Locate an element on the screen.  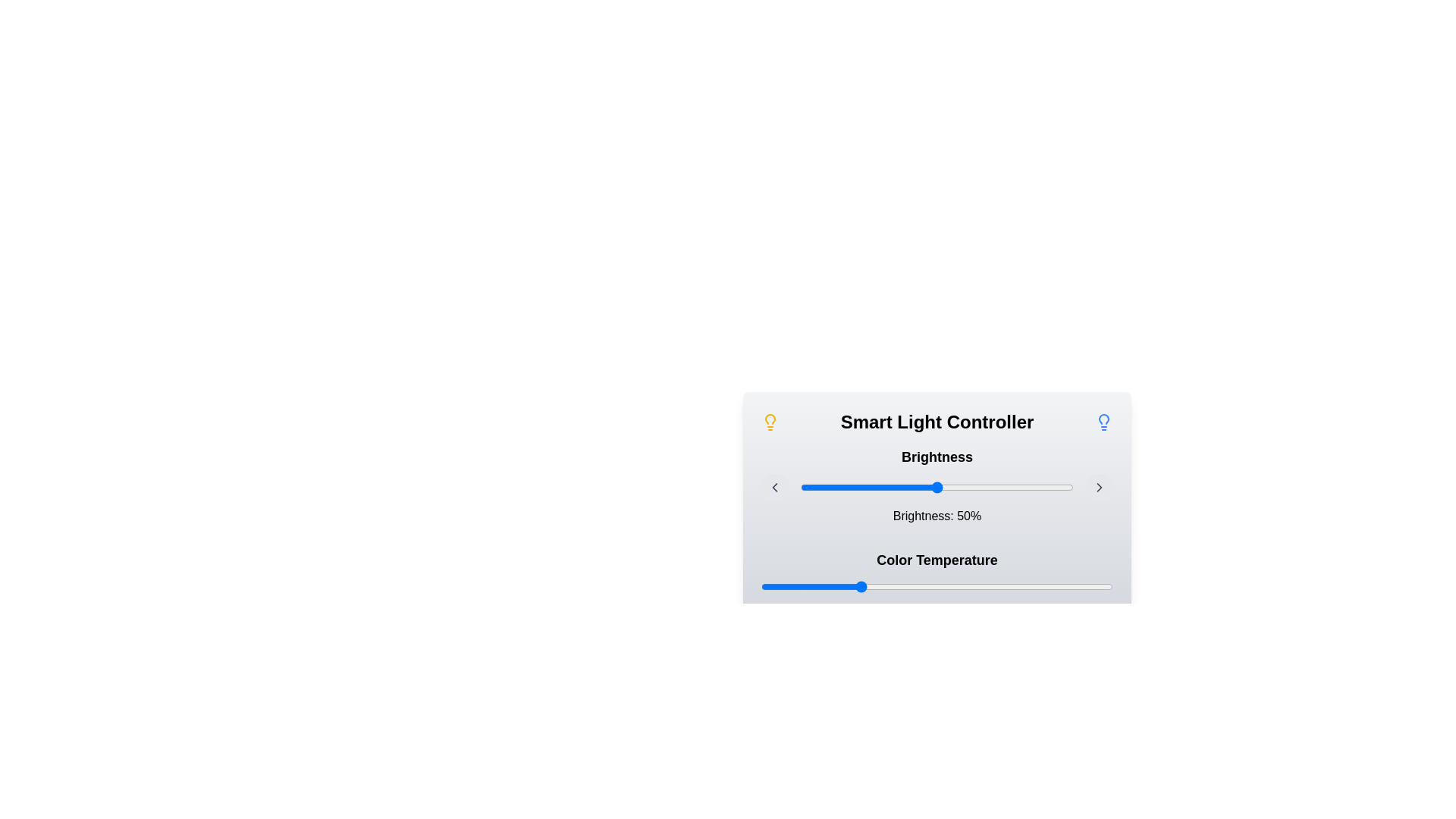
the Interactive Panel titled 'Smart Light Controller' which features a light gradient background, rounded corners, and contains sections for 'Brightness' and 'Color Temperature' is located at coordinates (937, 513).